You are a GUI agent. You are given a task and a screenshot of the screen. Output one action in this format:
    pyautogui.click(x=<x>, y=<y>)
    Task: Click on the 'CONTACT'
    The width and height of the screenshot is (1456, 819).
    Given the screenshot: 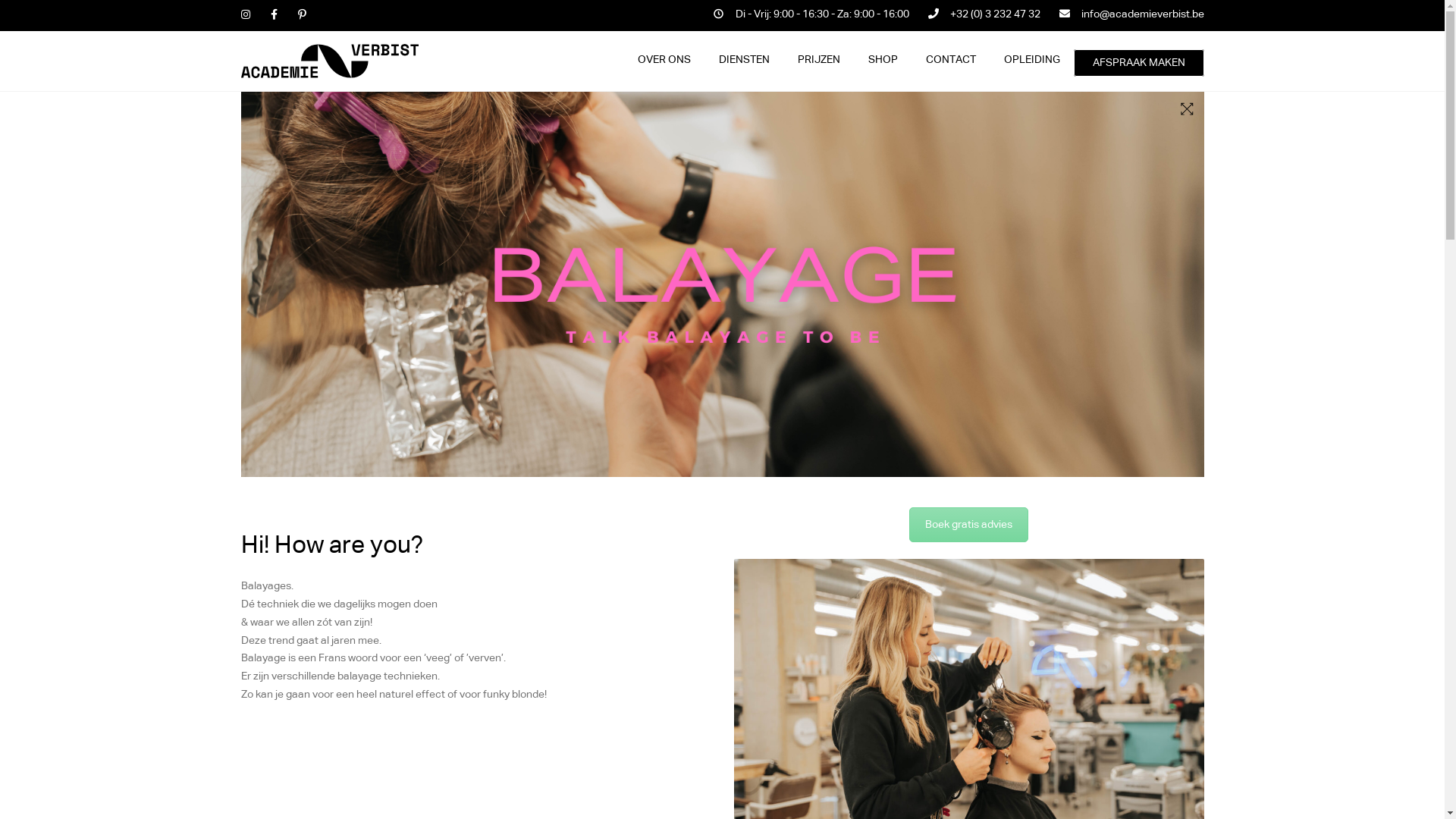 What is the action you would take?
    pyautogui.click(x=949, y=60)
    